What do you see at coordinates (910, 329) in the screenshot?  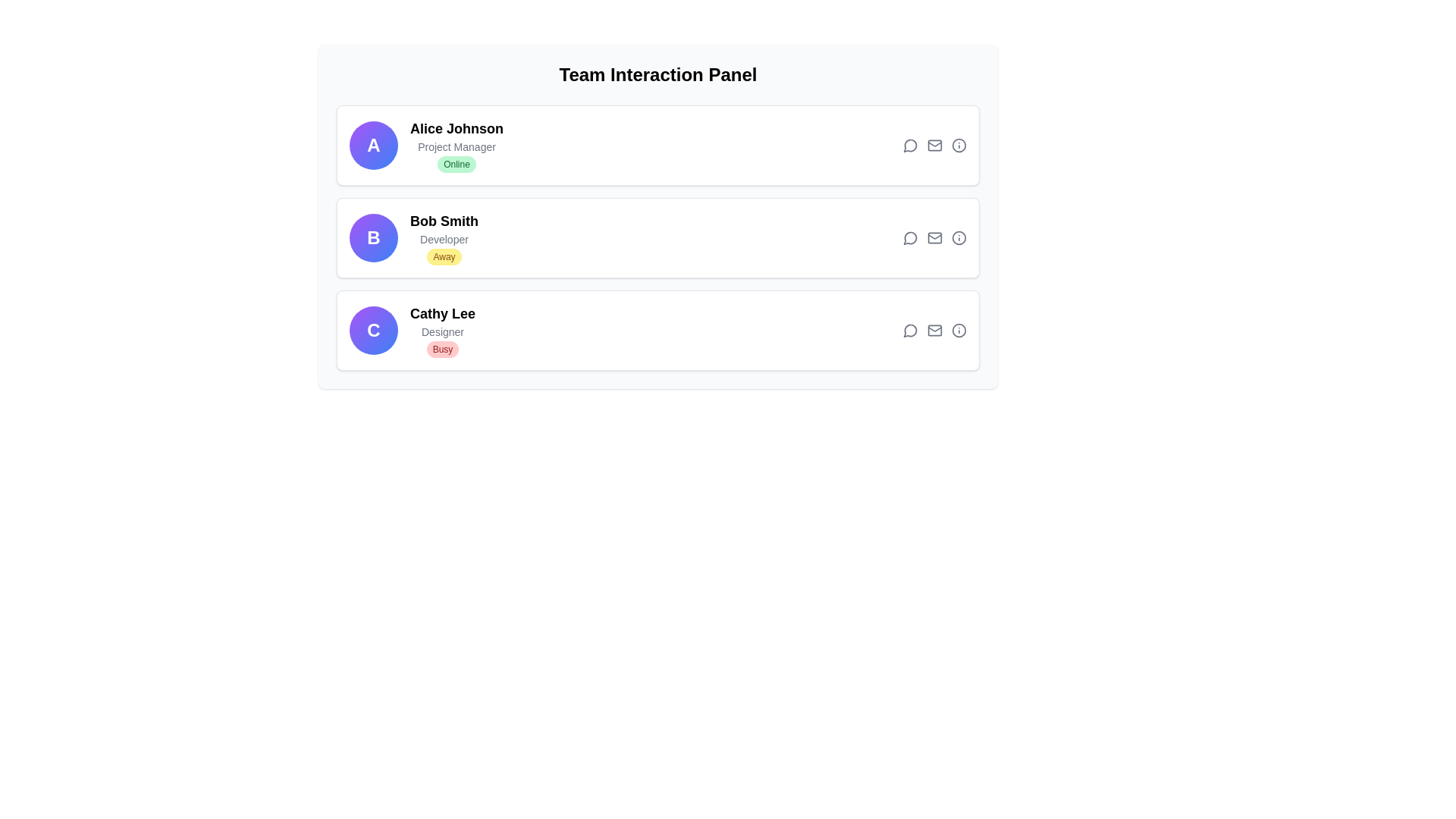 I see `the small circular speech bubble icon indicating the chat feature located in the third user card labeled 'Cathy Lee'` at bounding box center [910, 329].